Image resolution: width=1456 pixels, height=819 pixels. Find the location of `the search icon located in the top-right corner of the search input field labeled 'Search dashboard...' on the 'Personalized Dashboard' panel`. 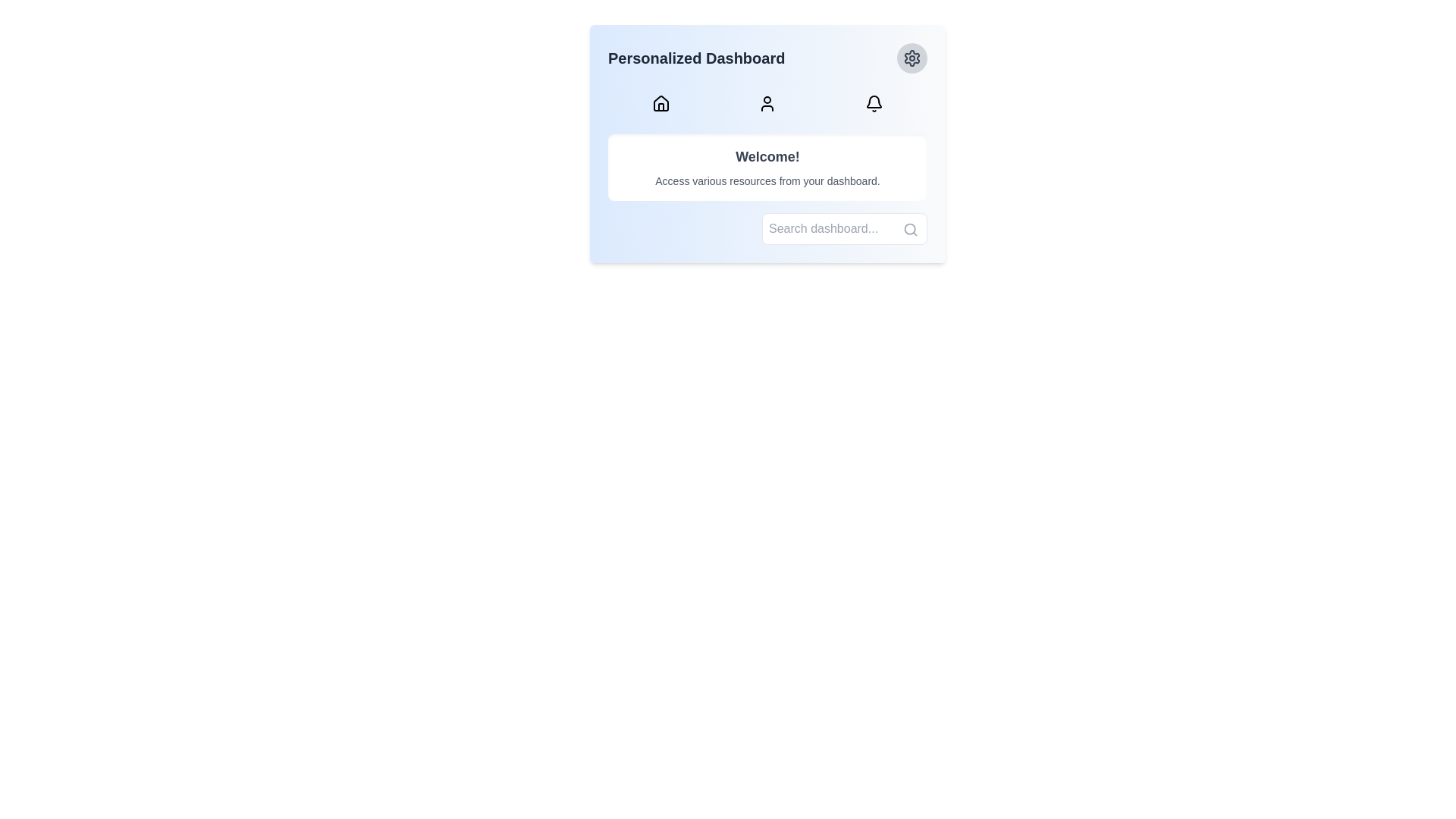

the search icon located in the top-right corner of the search input field labeled 'Search dashboard...' on the 'Personalized Dashboard' panel is located at coordinates (910, 230).